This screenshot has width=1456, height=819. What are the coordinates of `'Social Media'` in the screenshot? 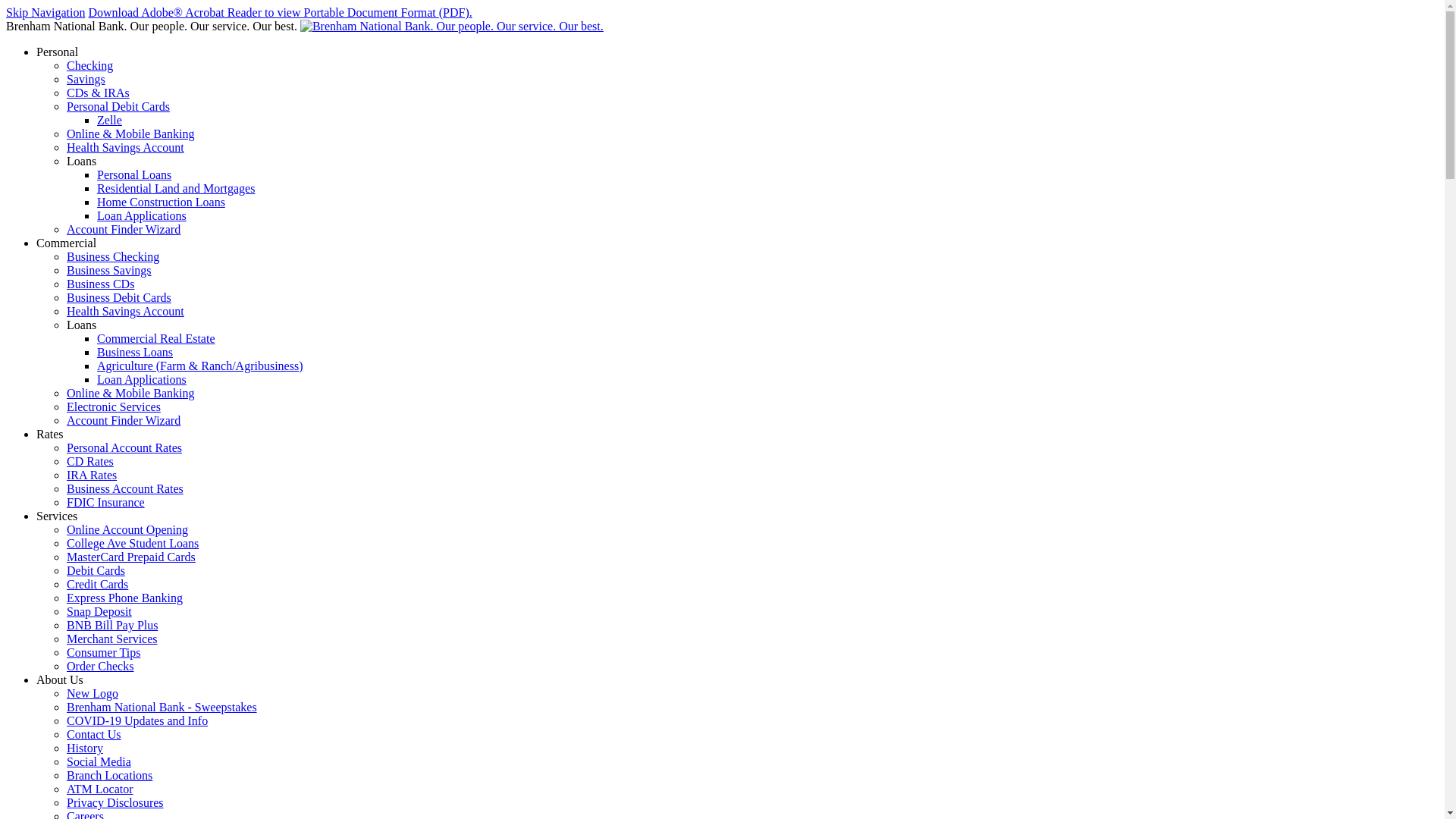 It's located at (98, 761).